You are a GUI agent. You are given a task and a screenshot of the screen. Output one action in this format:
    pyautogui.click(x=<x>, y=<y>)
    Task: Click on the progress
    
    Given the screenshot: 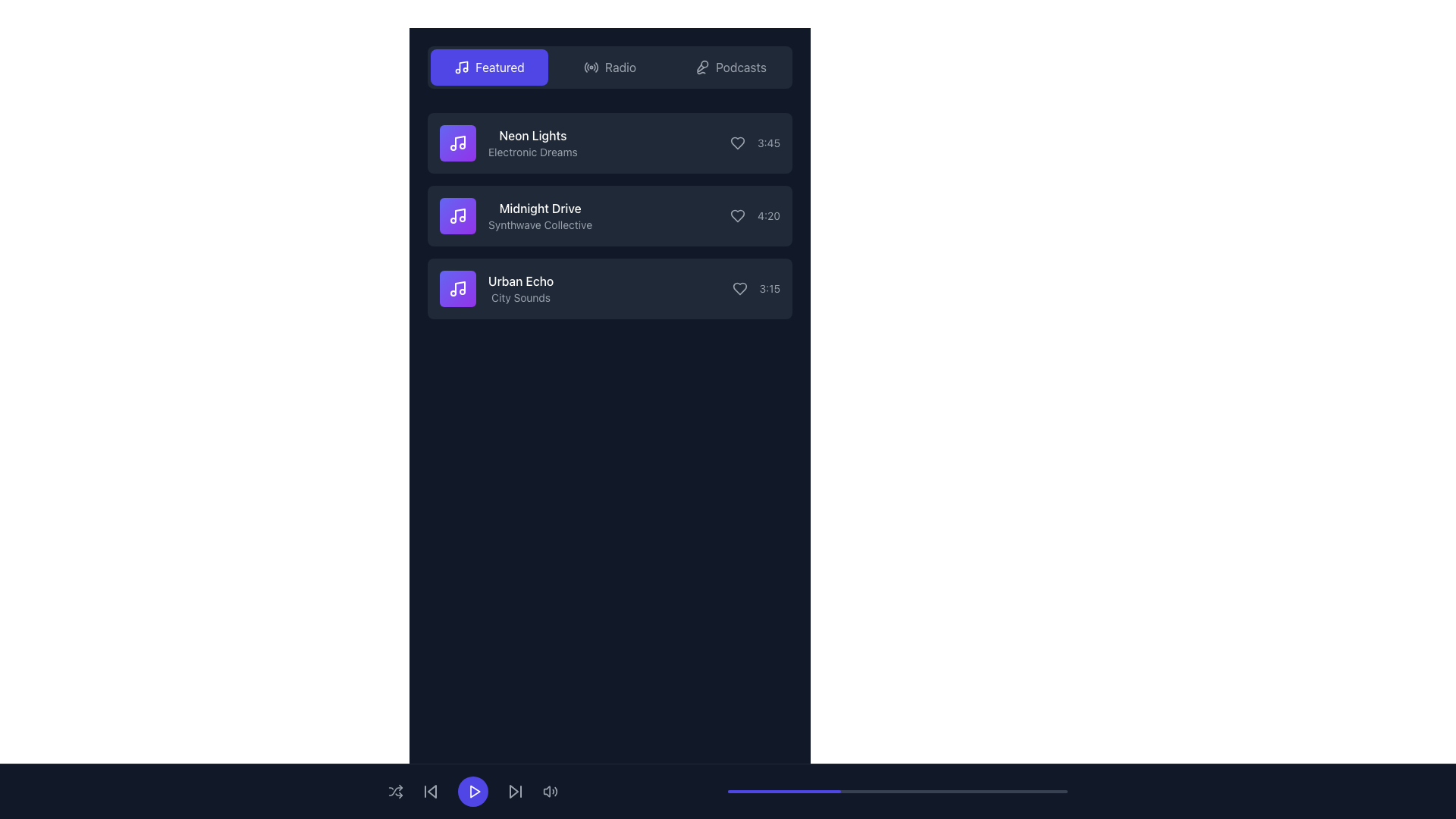 What is the action you would take?
    pyautogui.click(x=745, y=791)
    